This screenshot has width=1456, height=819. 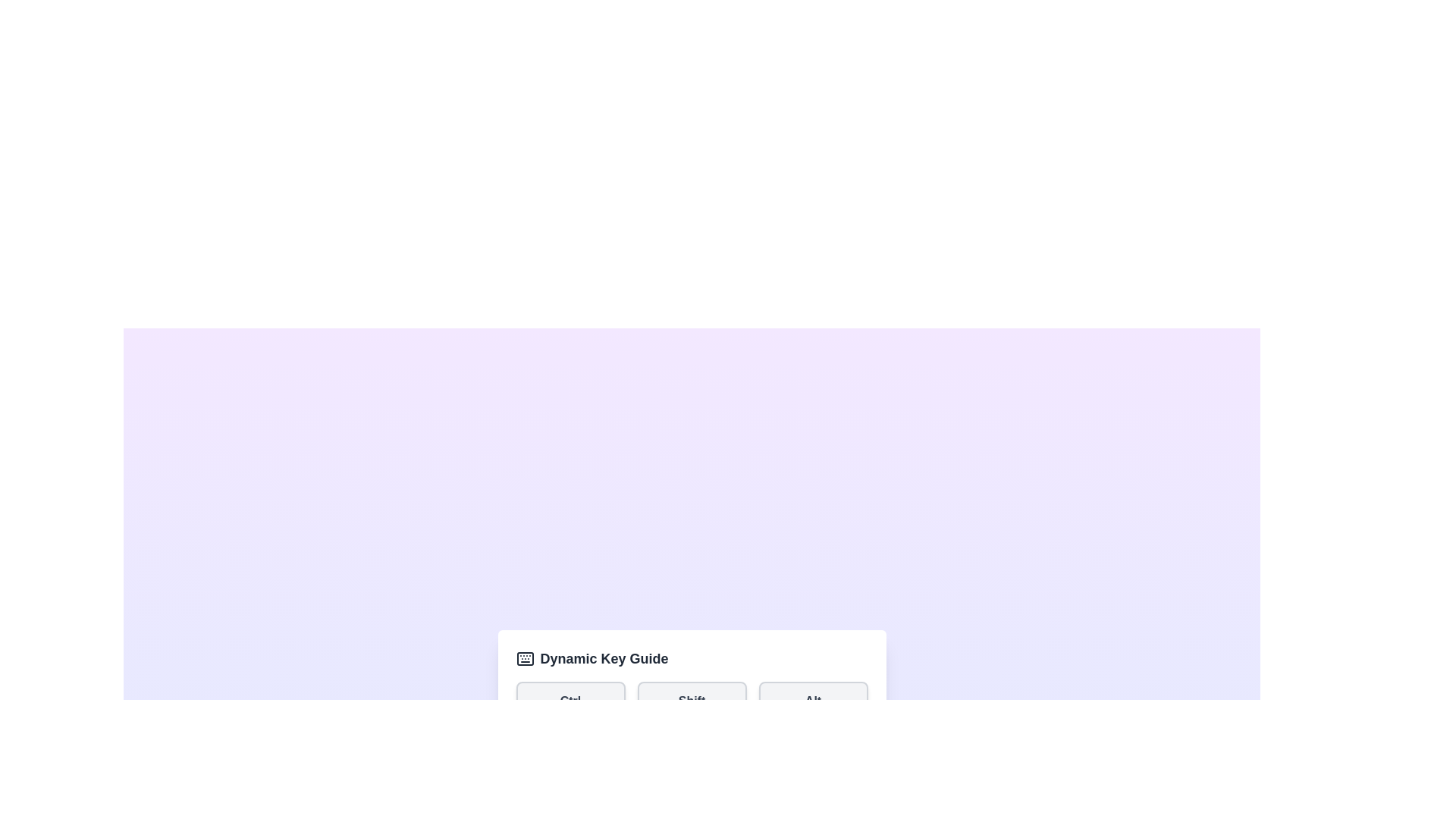 What do you see at coordinates (525, 657) in the screenshot?
I see `the keyboard icon, which is styled in line art format with rounded corners and located to the left of the 'Dynamic Key Guide' text` at bounding box center [525, 657].